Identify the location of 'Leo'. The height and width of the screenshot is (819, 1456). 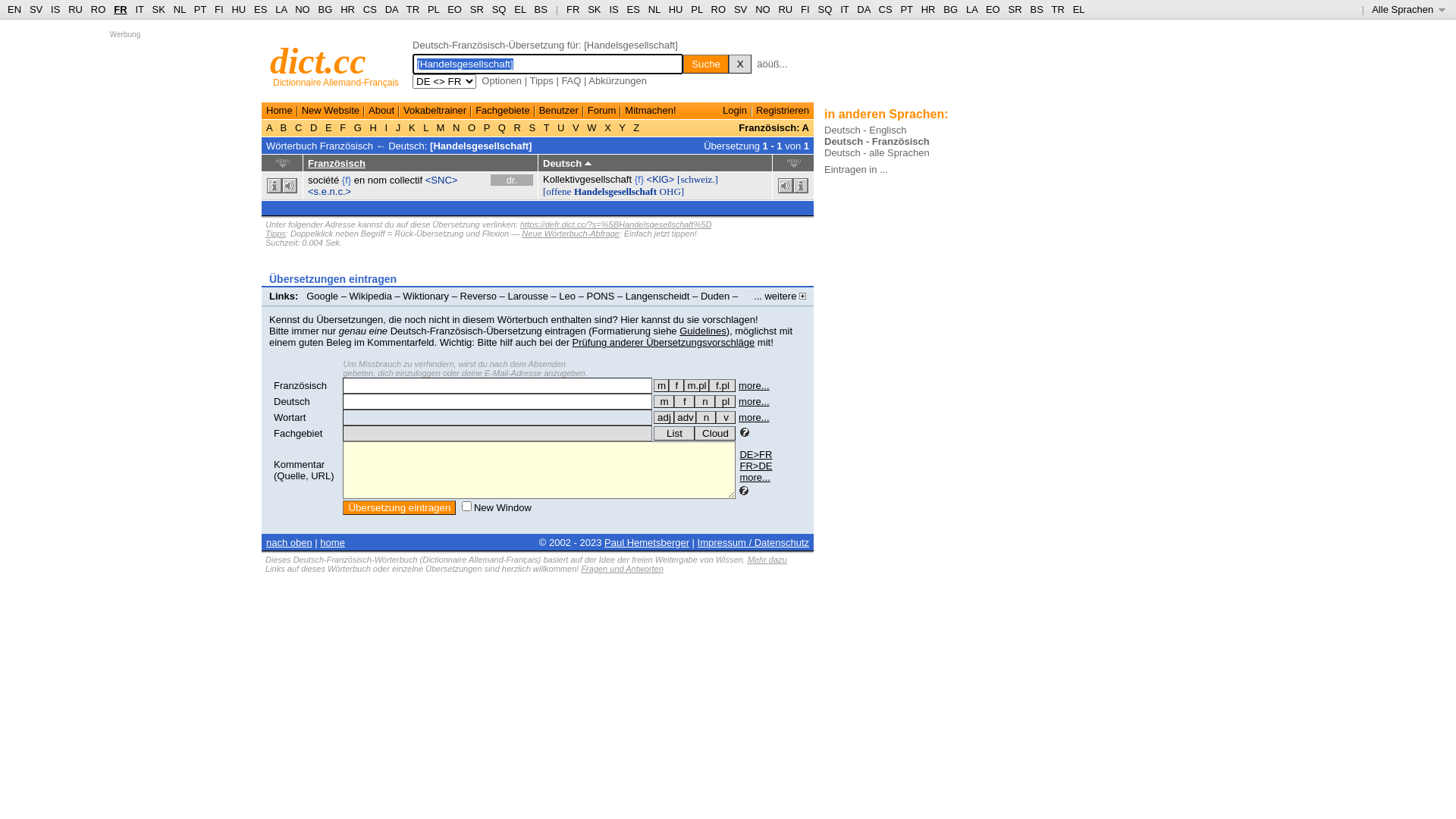
(566, 296).